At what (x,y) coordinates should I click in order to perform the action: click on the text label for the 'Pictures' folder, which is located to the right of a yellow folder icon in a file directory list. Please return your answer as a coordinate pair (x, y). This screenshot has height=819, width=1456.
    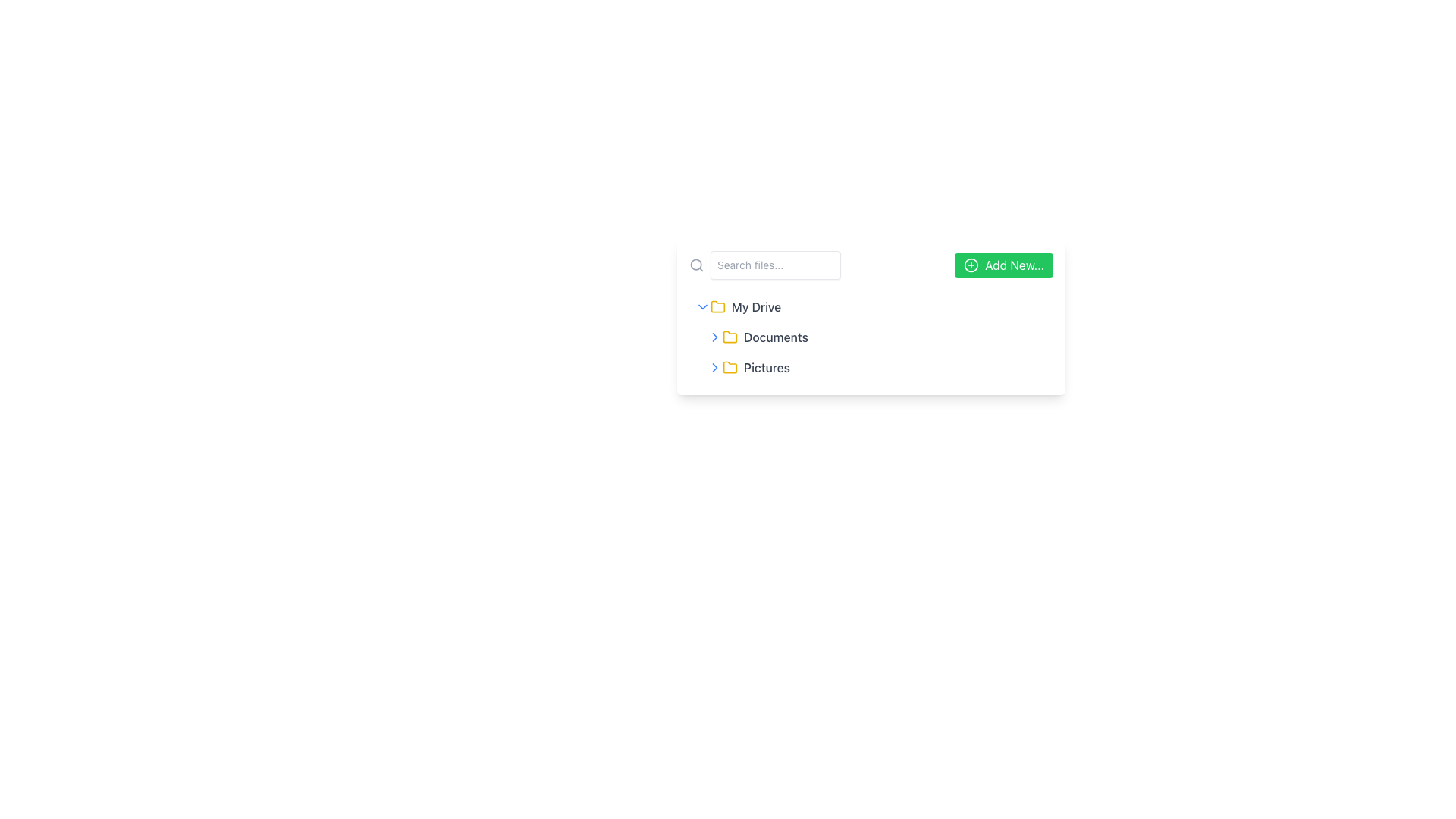
    Looking at the image, I should click on (767, 368).